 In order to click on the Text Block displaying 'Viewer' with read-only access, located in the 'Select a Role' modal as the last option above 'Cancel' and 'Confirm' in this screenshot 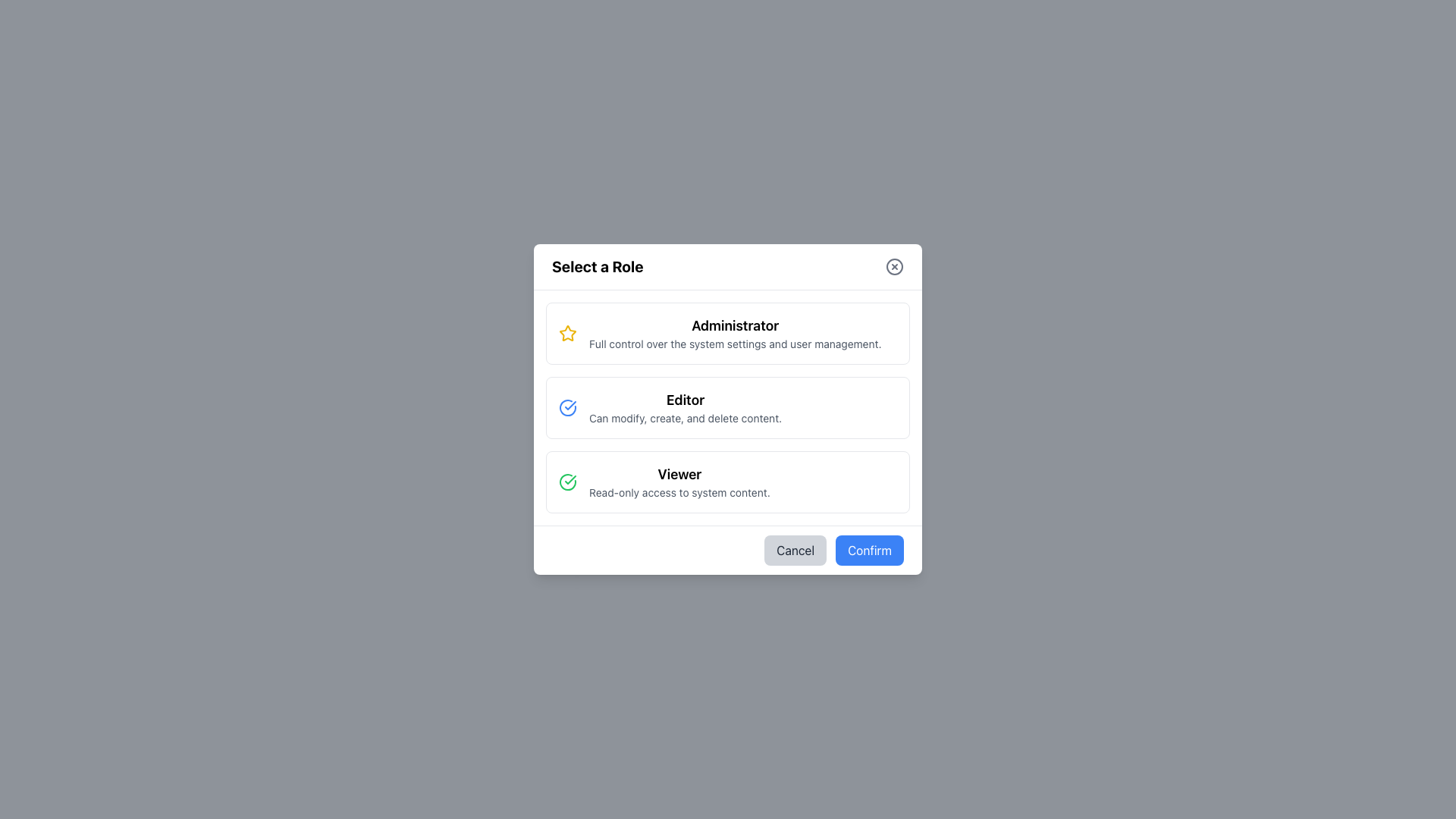, I will do `click(679, 482)`.